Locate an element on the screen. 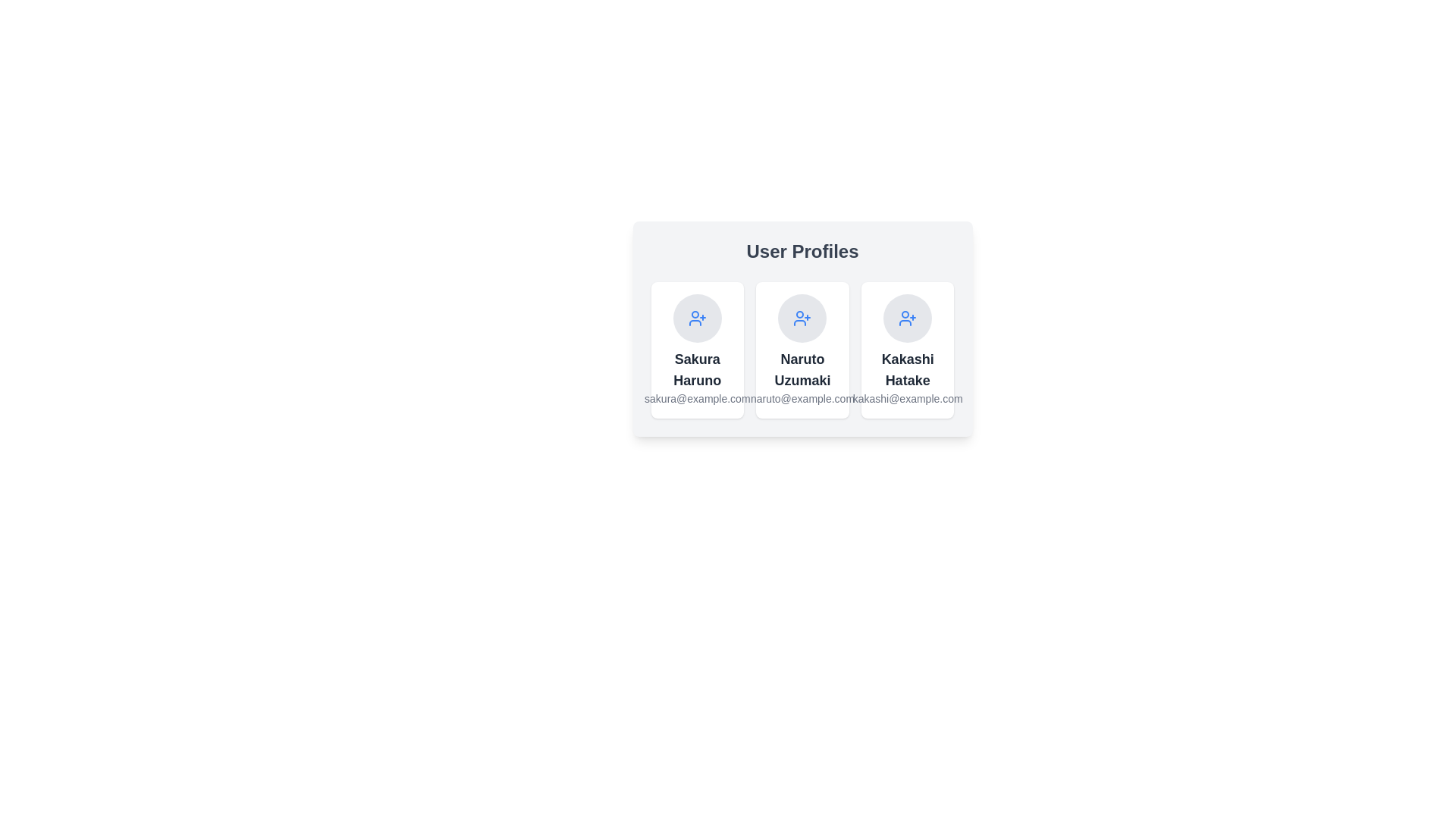 The height and width of the screenshot is (819, 1456). the Avatar icon with action indicator for Naruto Uzumaki, which is a circular component with a light gray background and a blue 'add user' icon at its center is located at coordinates (802, 318).